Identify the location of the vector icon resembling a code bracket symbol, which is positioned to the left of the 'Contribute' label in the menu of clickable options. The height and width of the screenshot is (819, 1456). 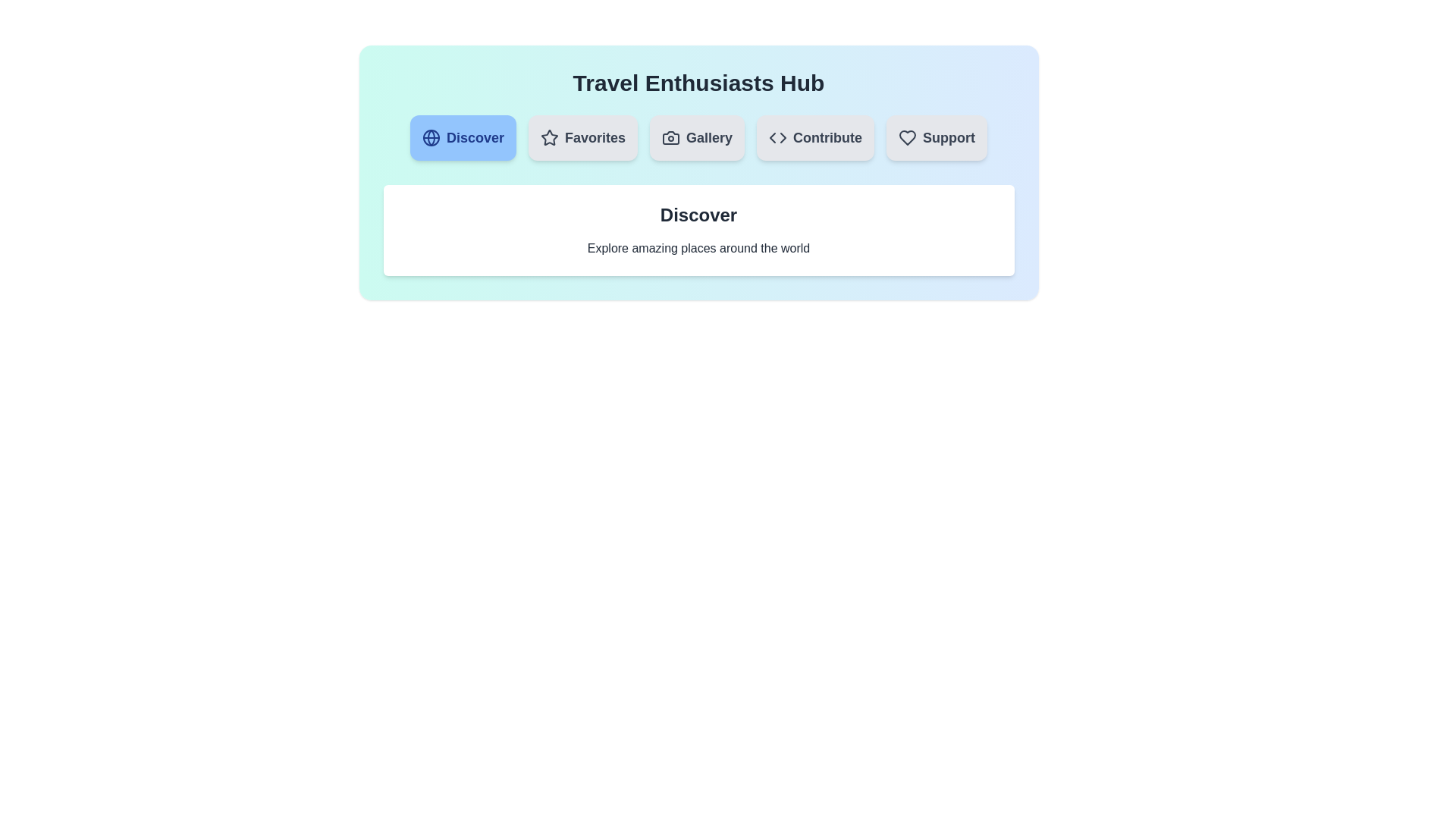
(778, 137).